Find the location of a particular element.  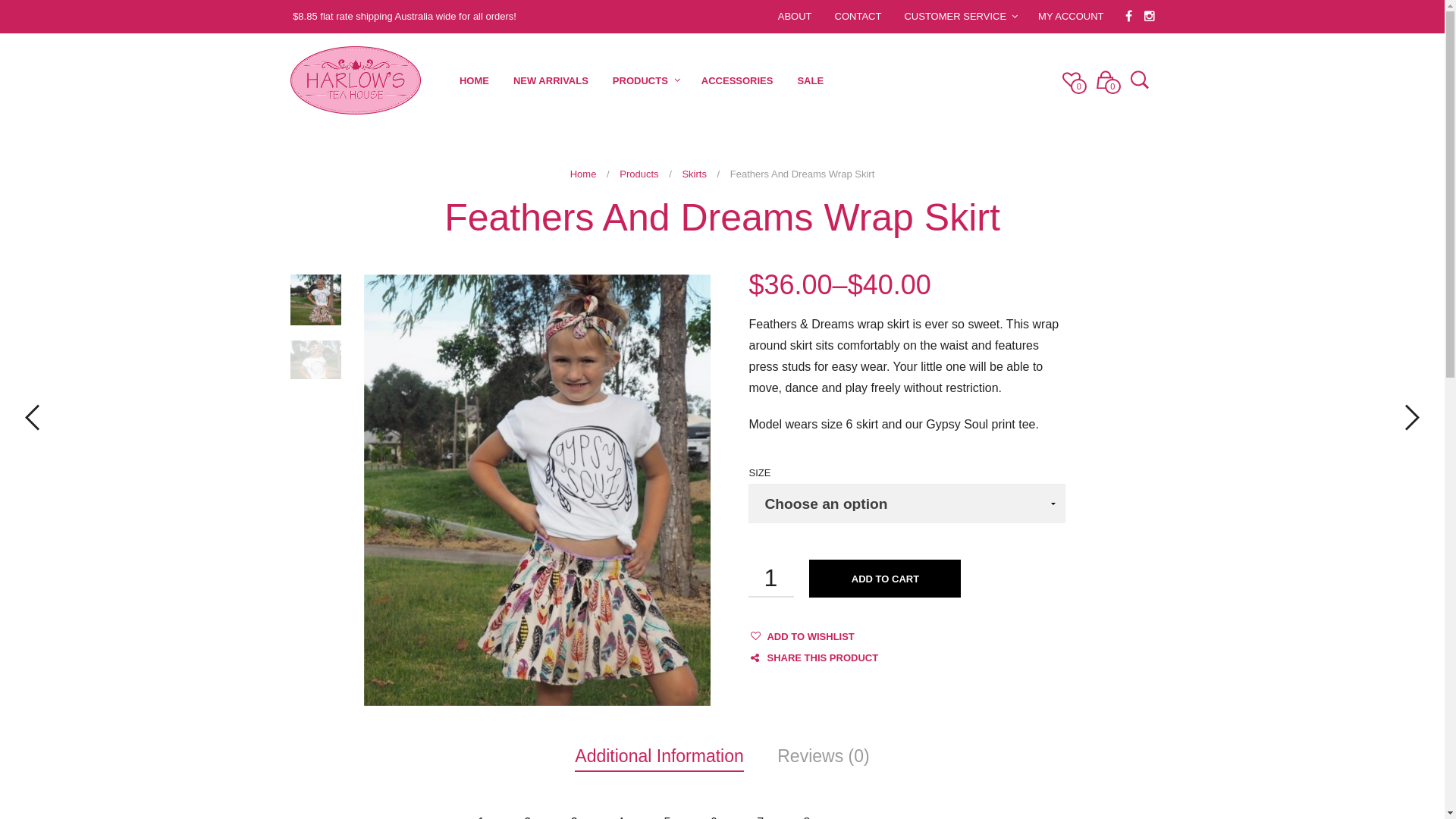

'Home' is located at coordinates (582, 173).